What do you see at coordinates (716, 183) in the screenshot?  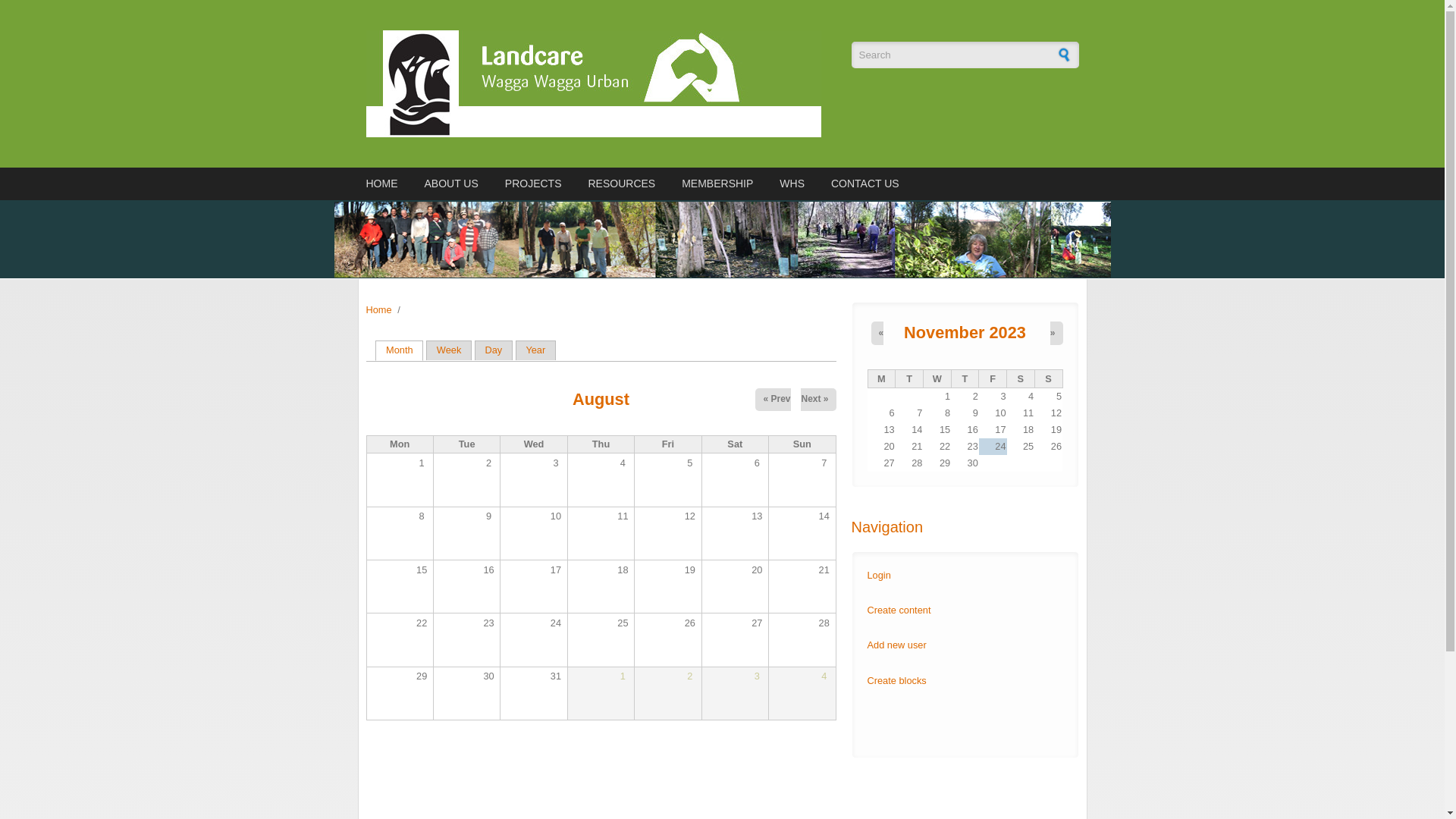 I see `'MEMBERSHIP'` at bounding box center [716, 183].